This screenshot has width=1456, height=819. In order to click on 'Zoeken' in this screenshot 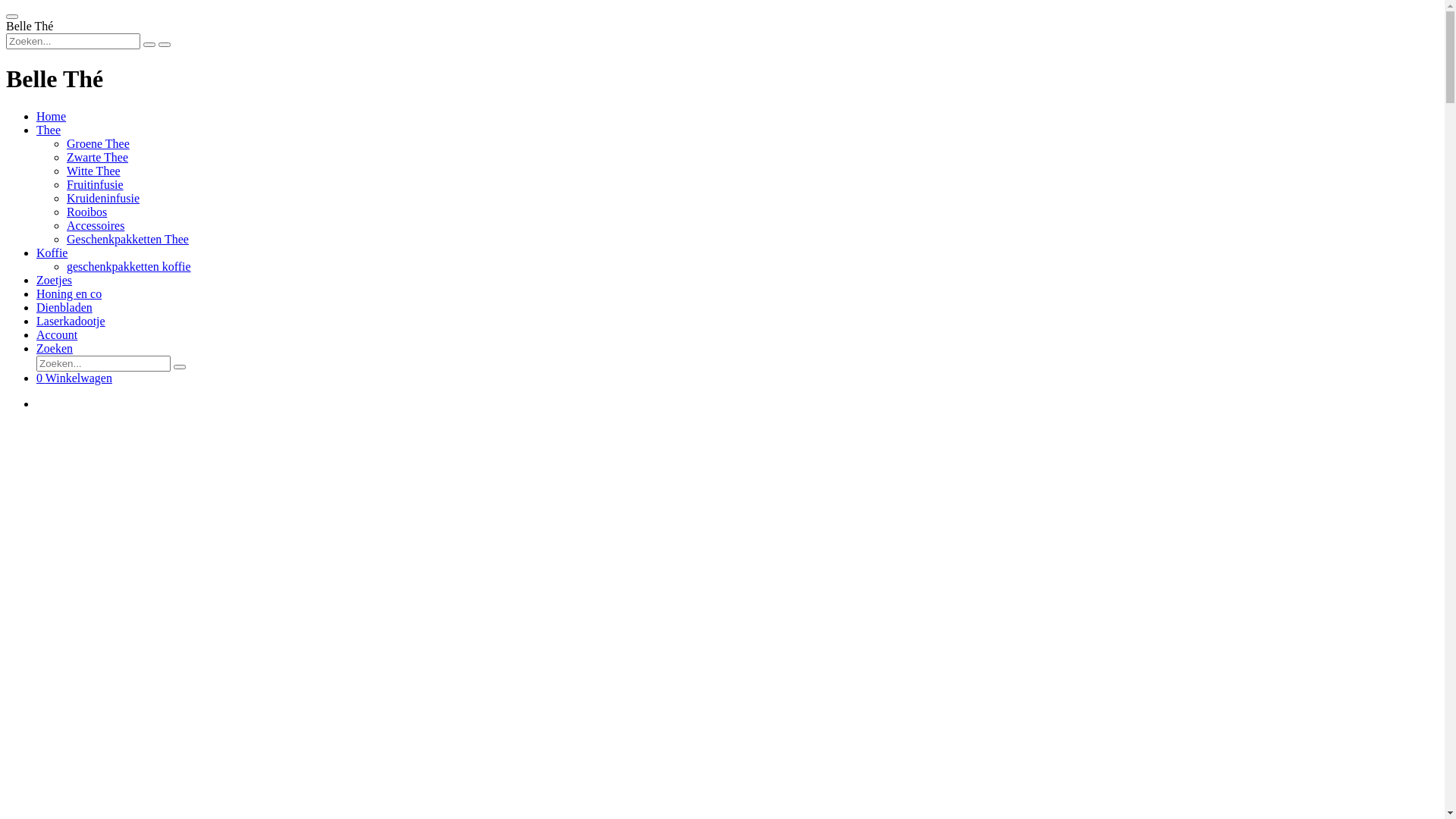, I will do `click(36, 348)`.